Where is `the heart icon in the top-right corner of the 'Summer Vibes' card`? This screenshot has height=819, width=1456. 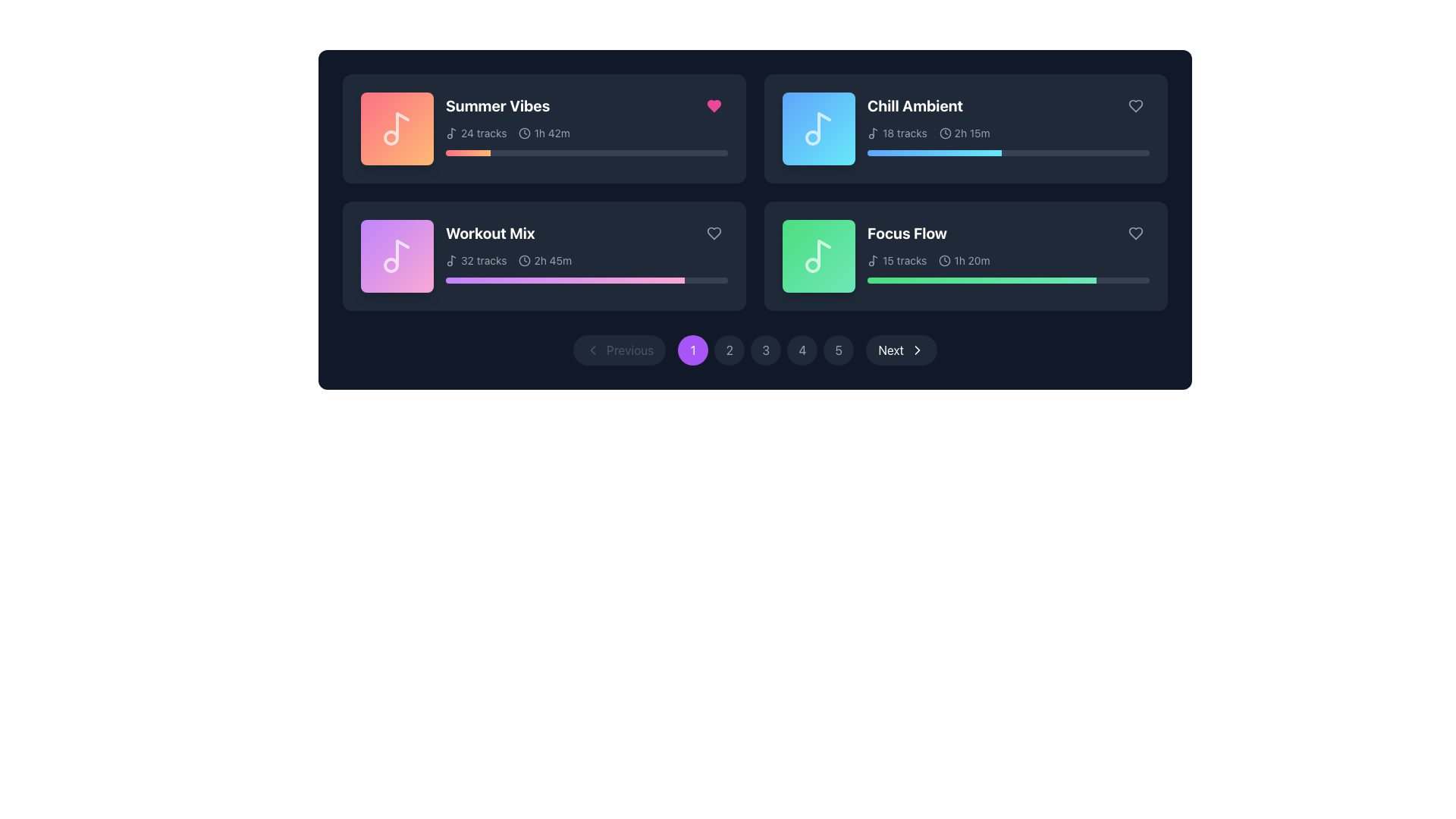 the heart icon in the top-right corner of the 'Summer Vibes' card is located at coordinates (713, 105).